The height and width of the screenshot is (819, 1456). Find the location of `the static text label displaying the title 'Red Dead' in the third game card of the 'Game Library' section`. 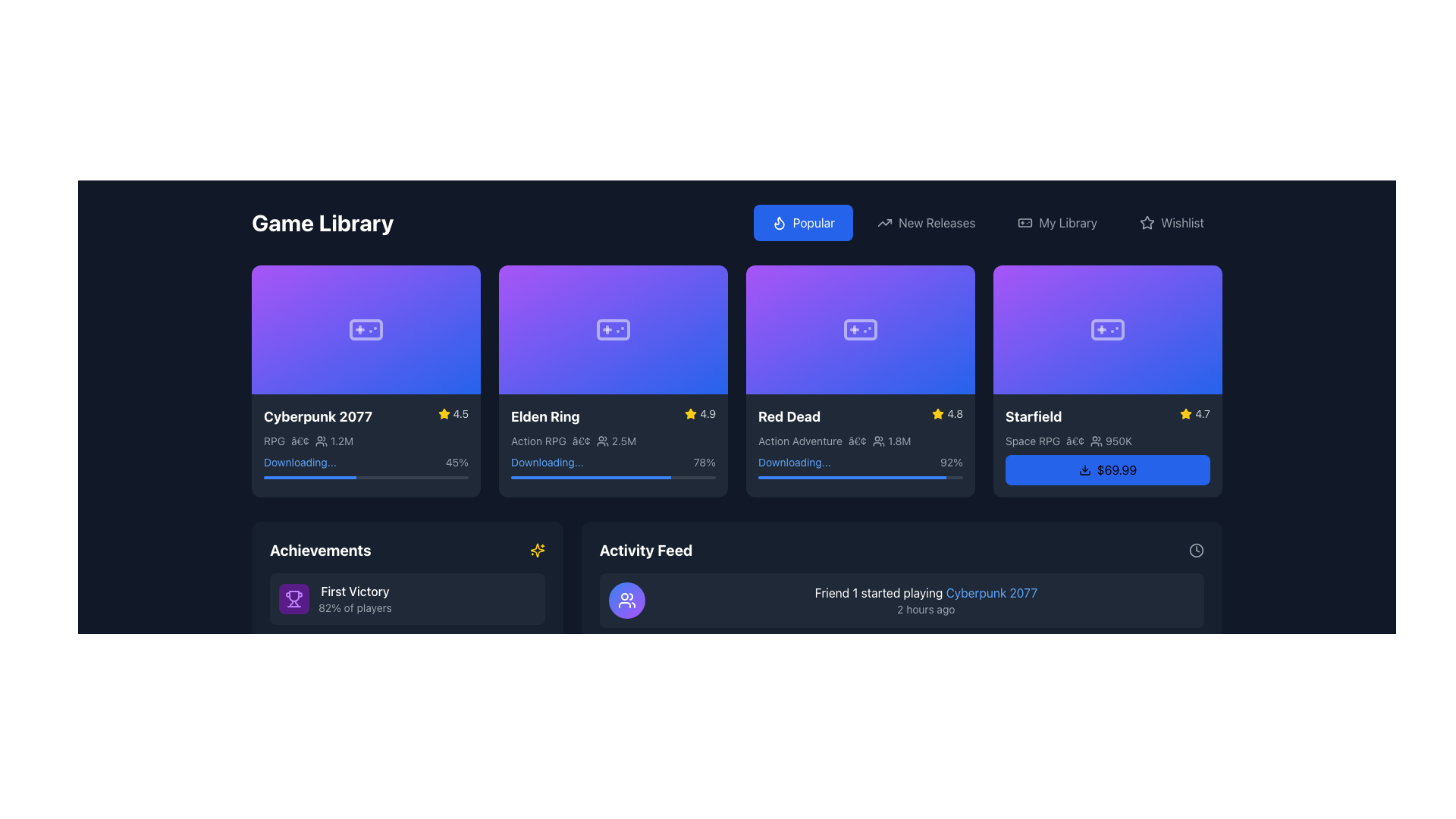

the static text label displaying the title 'Red Dead' in the third game card of the 'Game Library' section is located at coordinates (789, 416).